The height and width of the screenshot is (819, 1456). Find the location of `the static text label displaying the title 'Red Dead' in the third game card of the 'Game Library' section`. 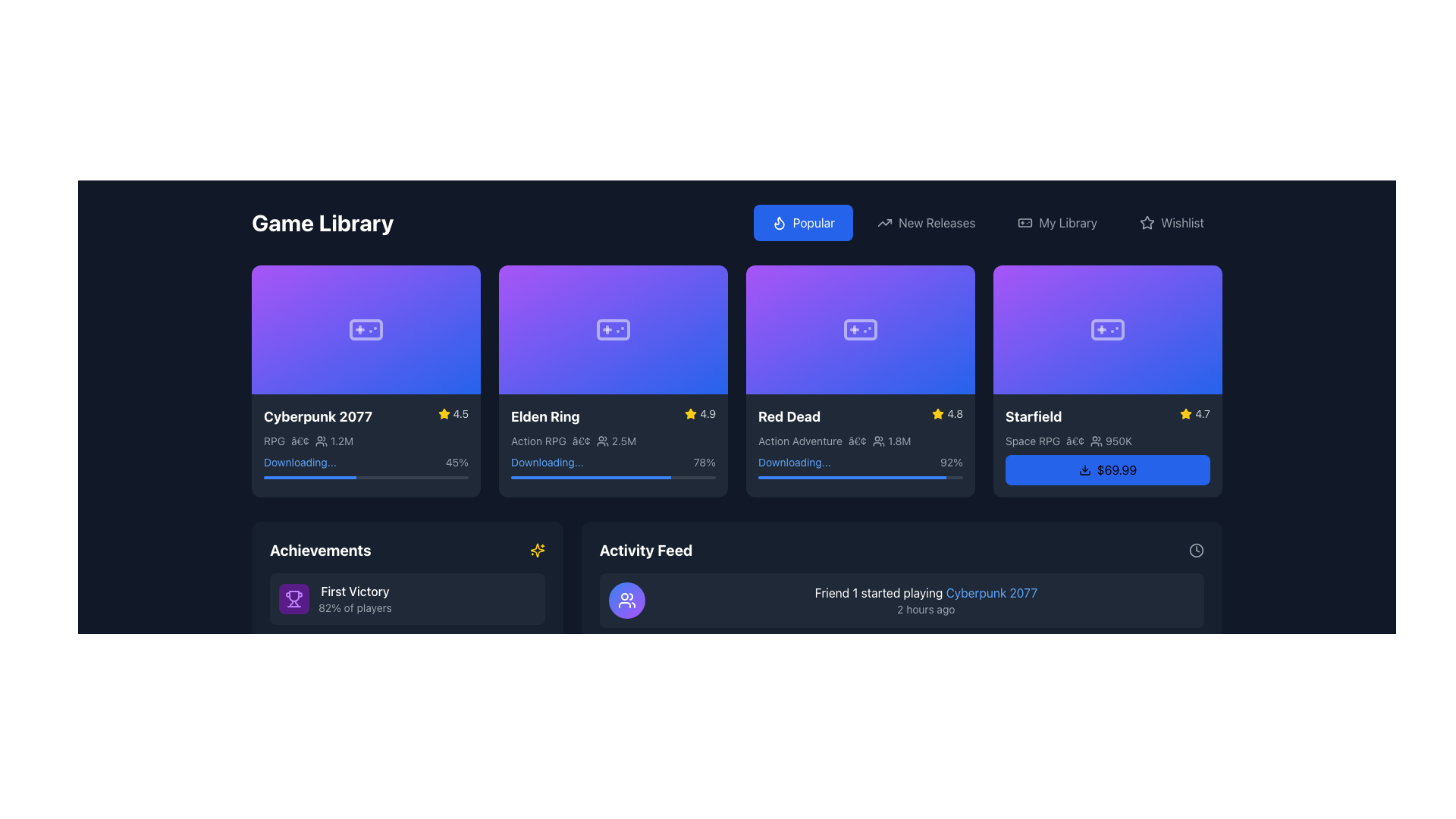

the static text label displaying the title 'Red Dead' in the third game card of the 'Game Library' section is located at coordinates (789, 416).